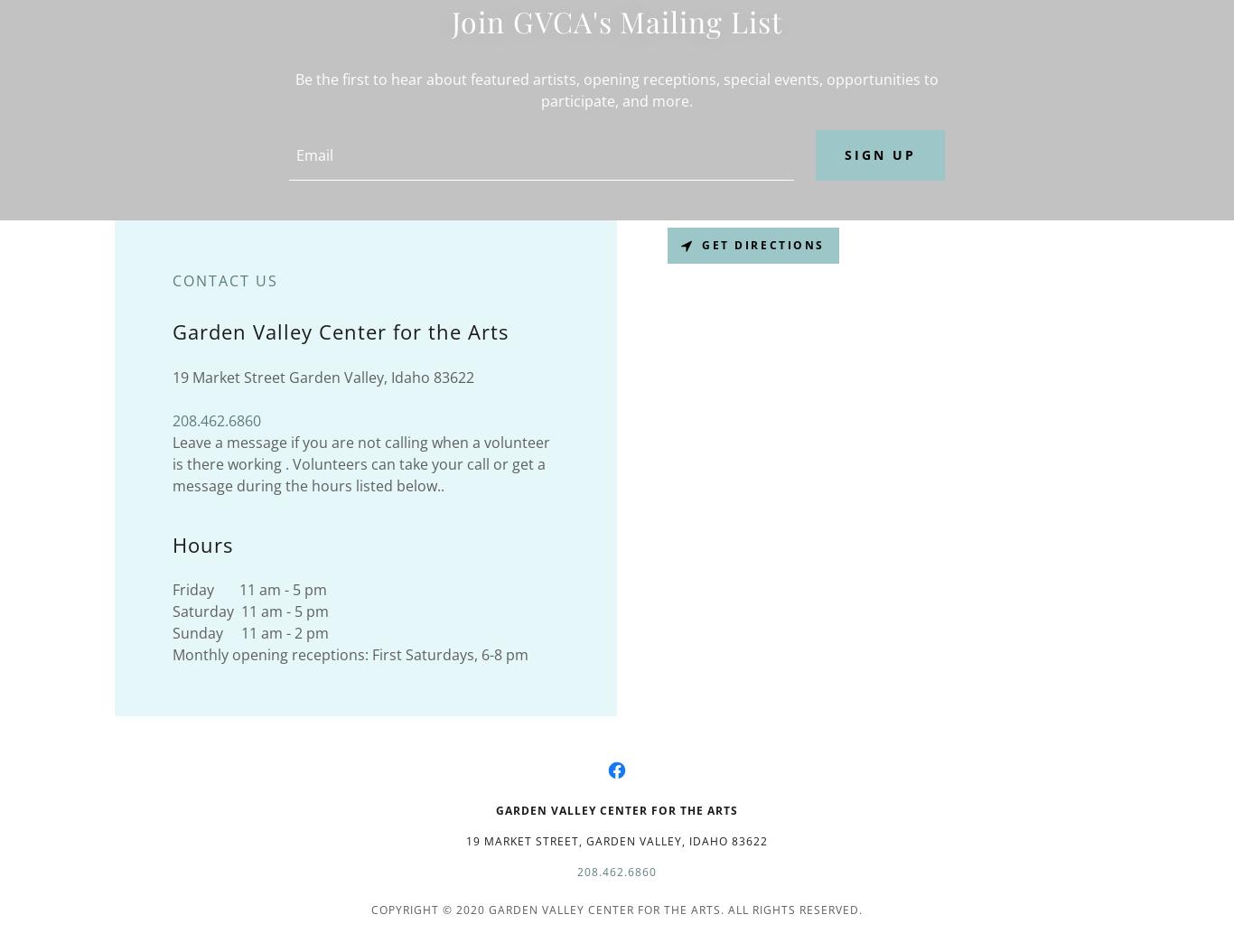  I want to click on 'Hours', so click(201, 543).